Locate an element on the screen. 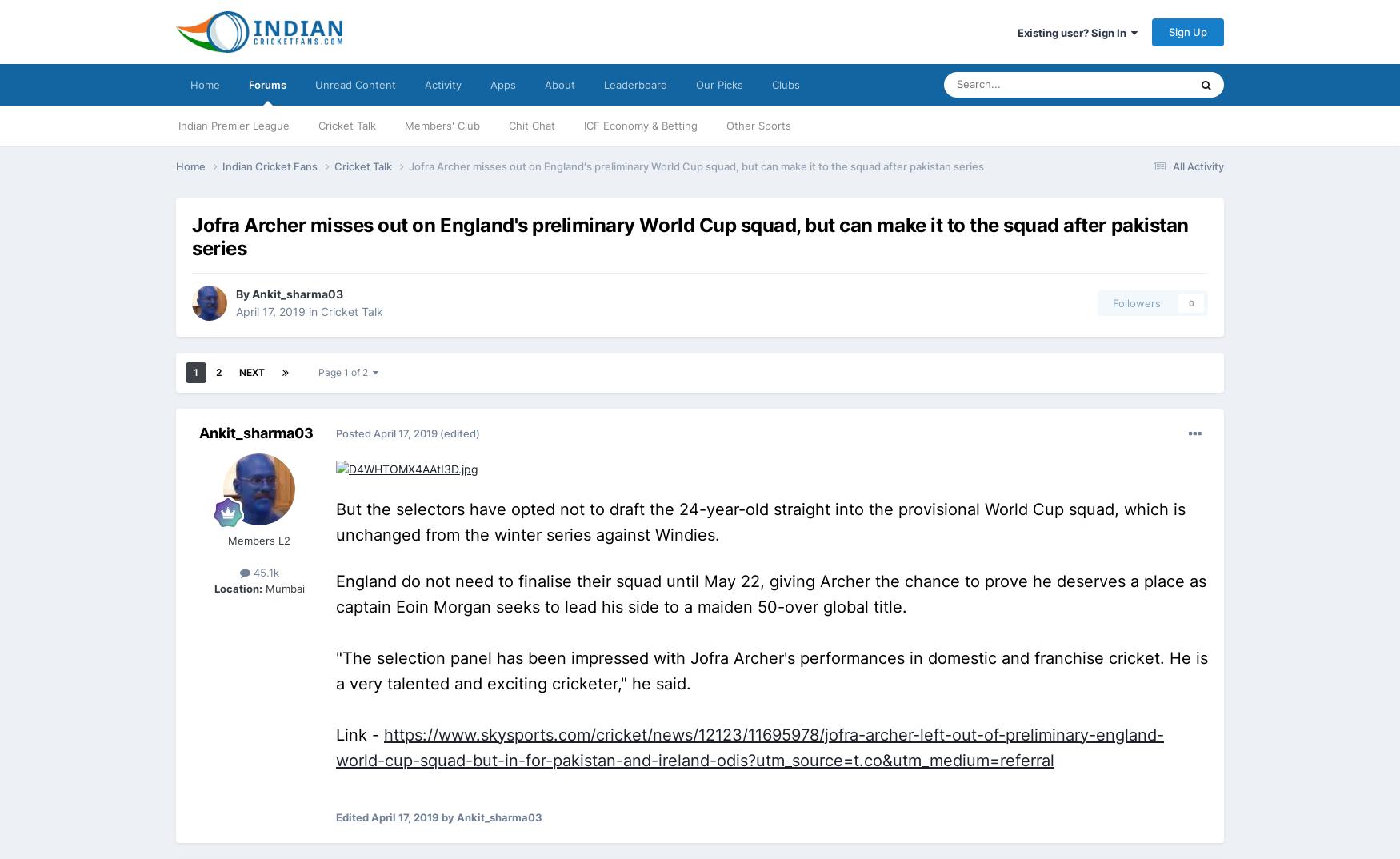 The height and width of the screenshot is (859, 1400). 'About' is located at coordinates (560, 85).